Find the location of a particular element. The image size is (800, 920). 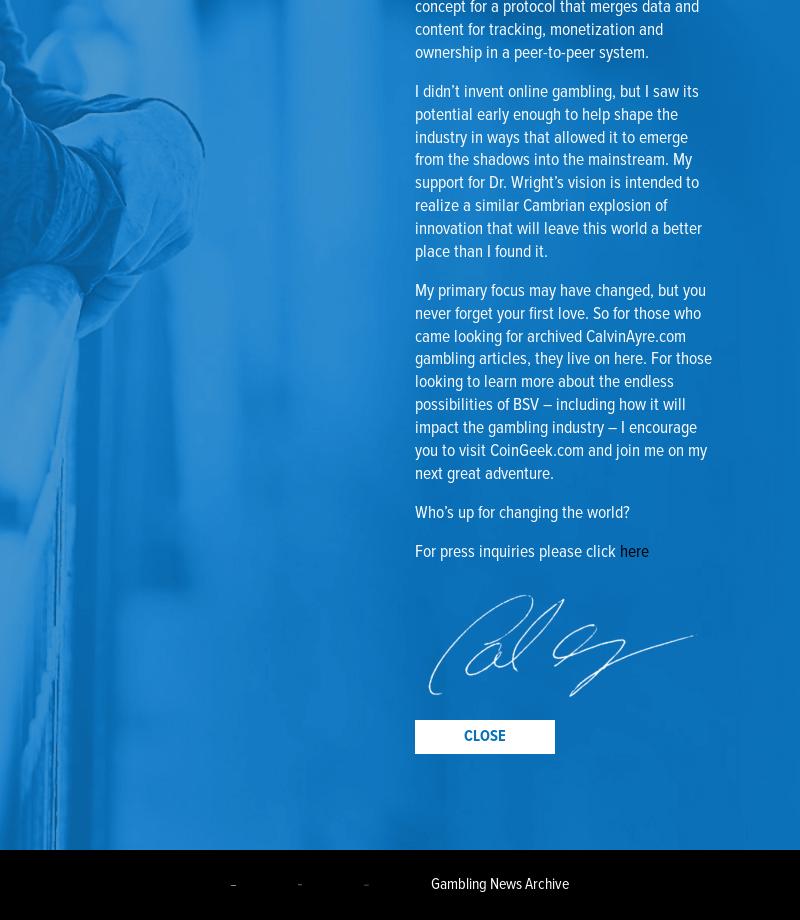

'. For those looking to learn more about the endless possibilities of BSV – including how it will impact the gambling industry – I encourage you to visit' is located at coordinates (415, 403).